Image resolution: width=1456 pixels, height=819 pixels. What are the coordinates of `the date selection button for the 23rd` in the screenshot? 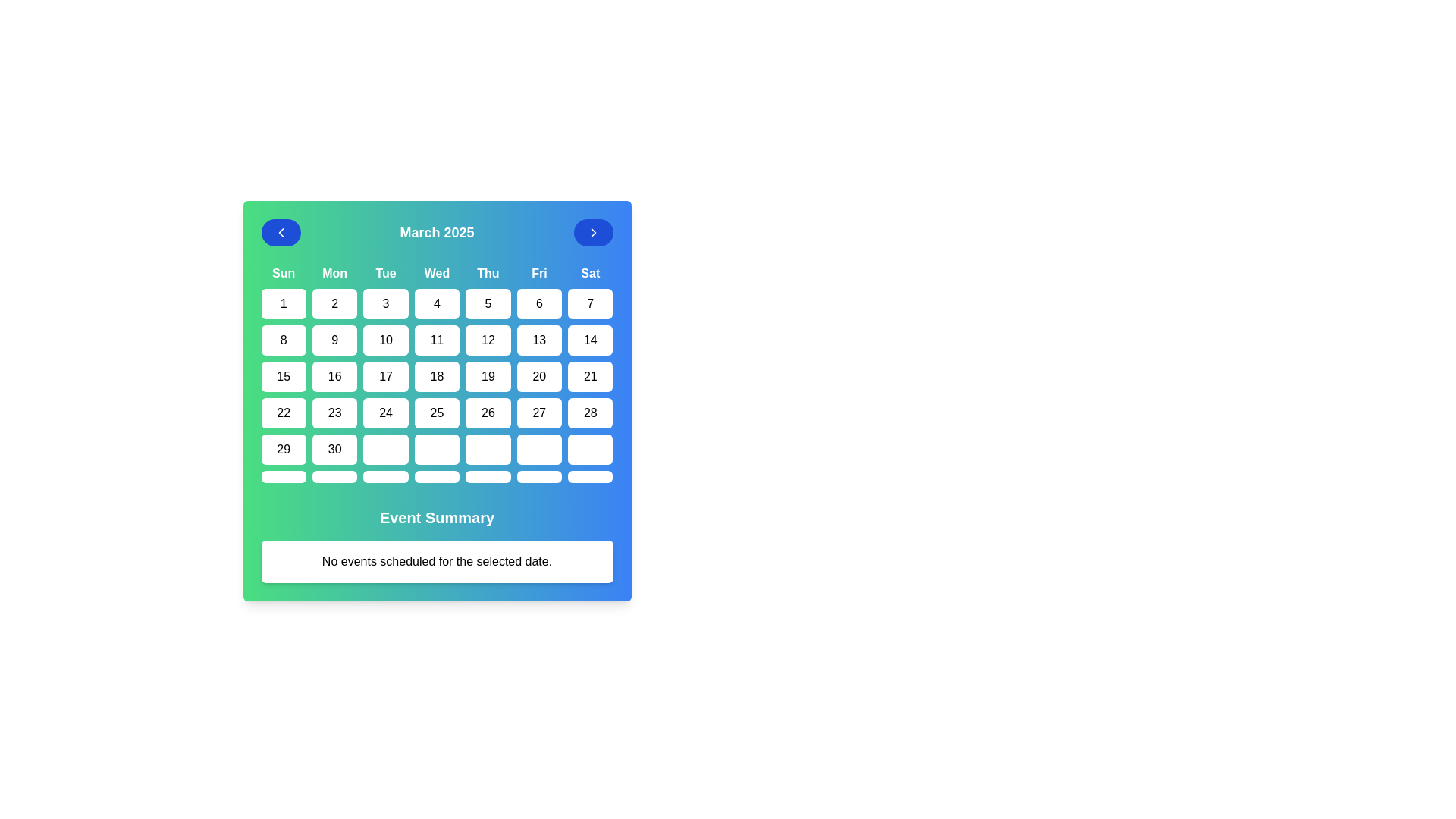 It's located at (334, 413).